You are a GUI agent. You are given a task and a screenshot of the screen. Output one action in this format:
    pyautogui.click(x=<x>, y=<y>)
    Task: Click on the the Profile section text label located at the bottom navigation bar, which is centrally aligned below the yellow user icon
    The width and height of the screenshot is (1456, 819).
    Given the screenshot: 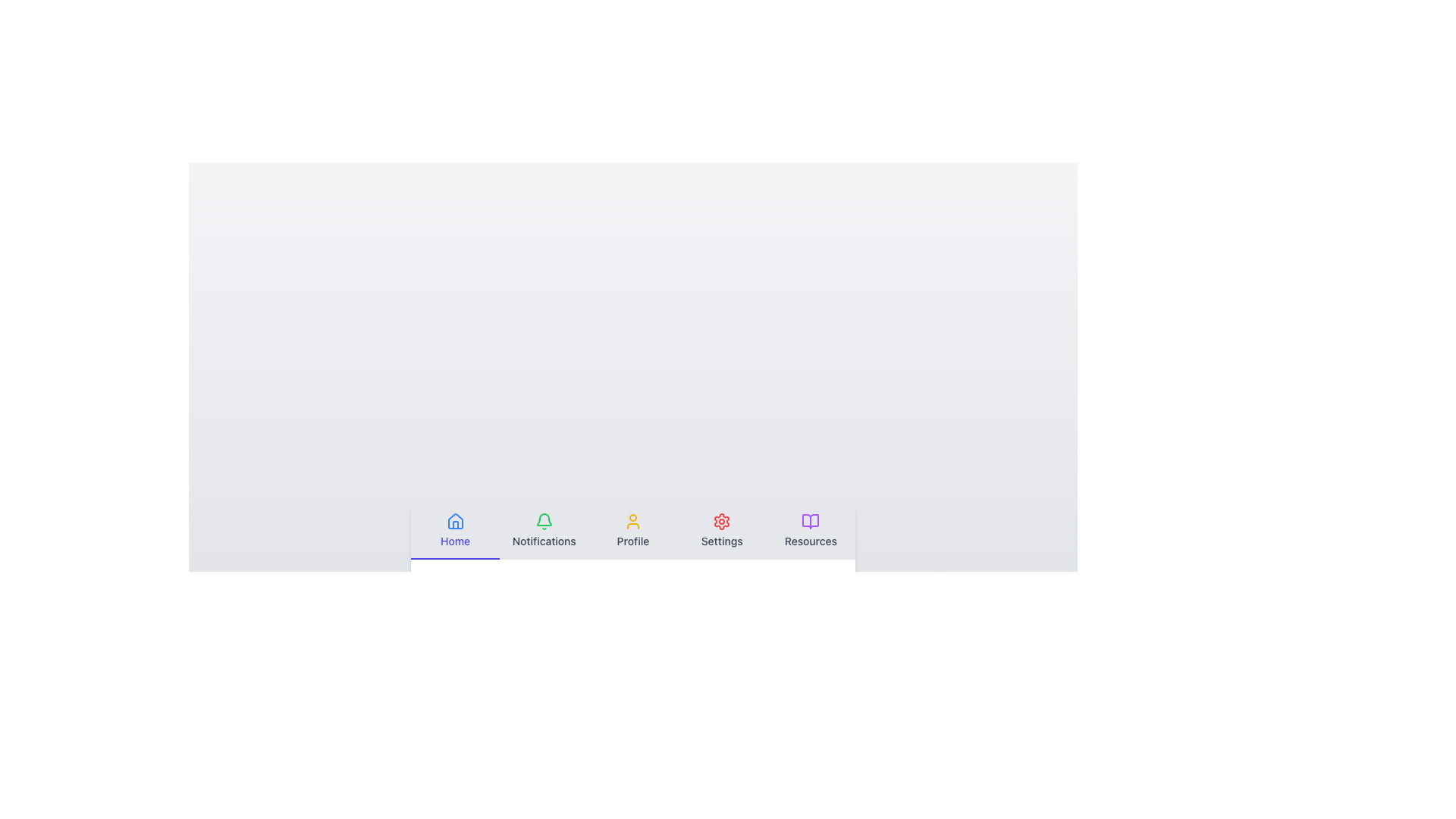 What is the action you would take?
    pyautogui.click(x=633, y=540)
    